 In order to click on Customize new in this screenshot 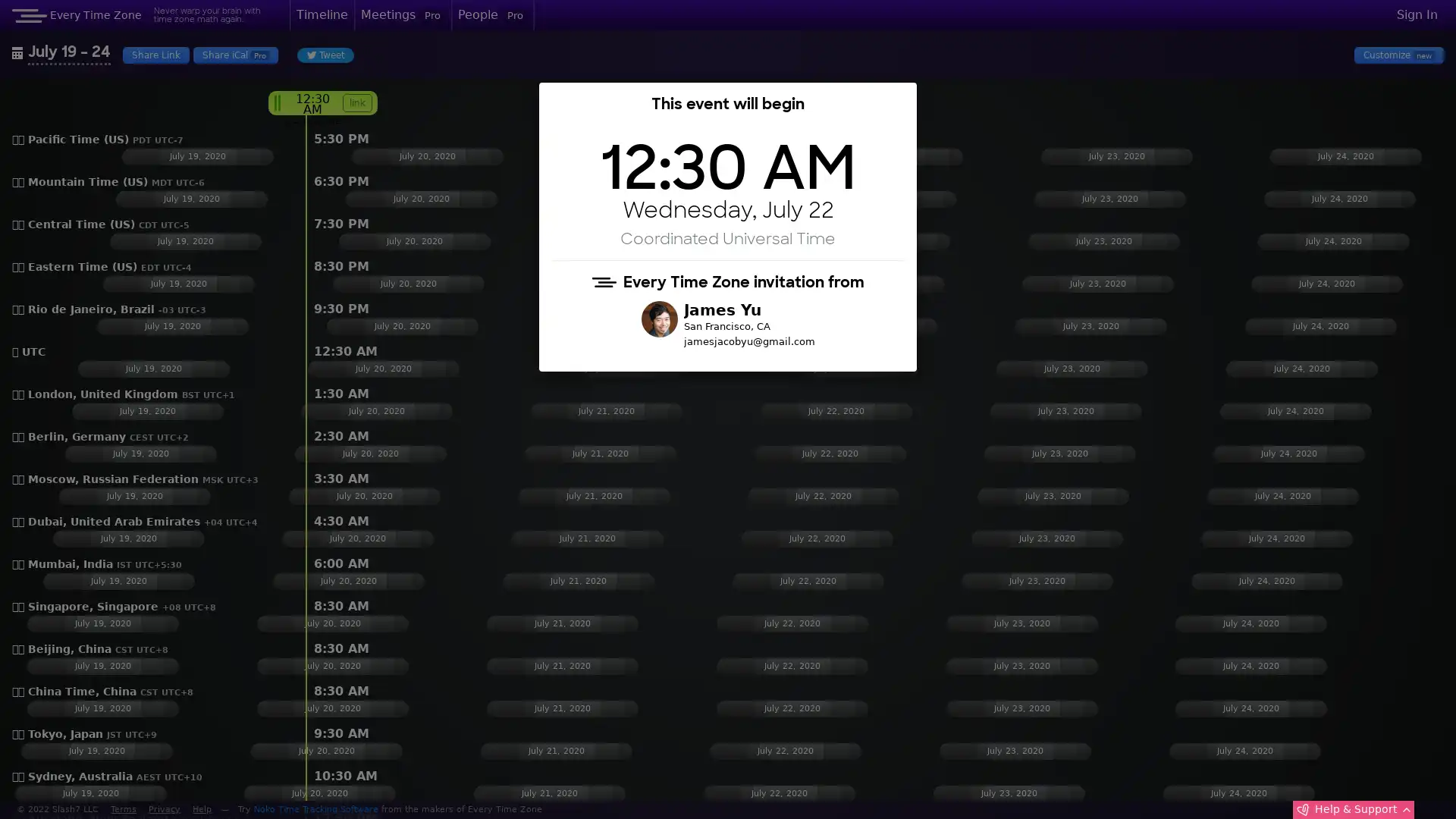, I will do `click(1398, 54)`.